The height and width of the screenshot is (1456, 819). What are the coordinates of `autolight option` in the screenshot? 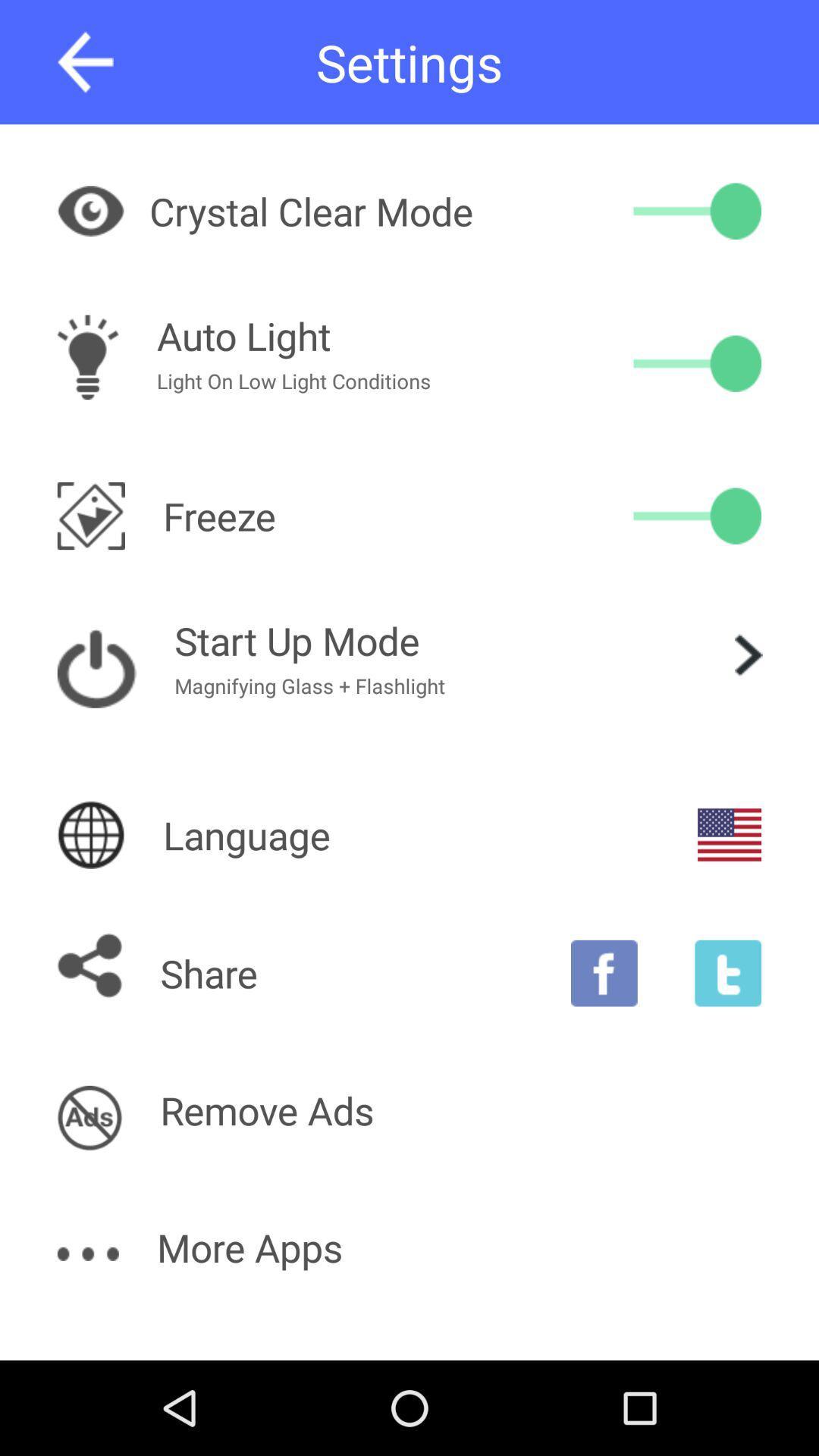 It's located at (697, 362).